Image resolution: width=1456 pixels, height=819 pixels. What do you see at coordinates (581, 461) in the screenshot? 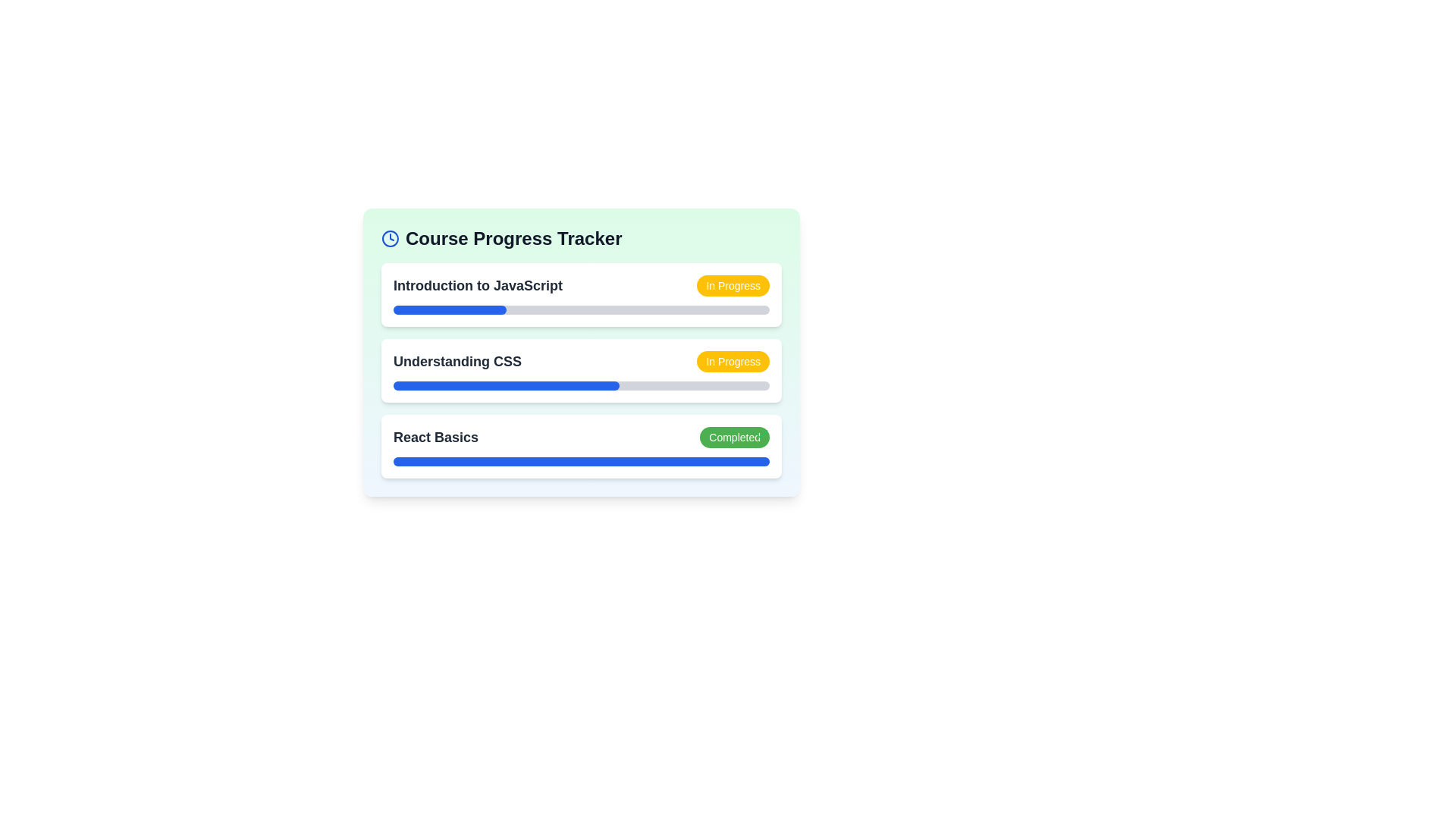
I see `the progress visually on the gray background progress bar with a blue filled portion located beneath the 'React Basics' header` at bounding box center [581, 461].